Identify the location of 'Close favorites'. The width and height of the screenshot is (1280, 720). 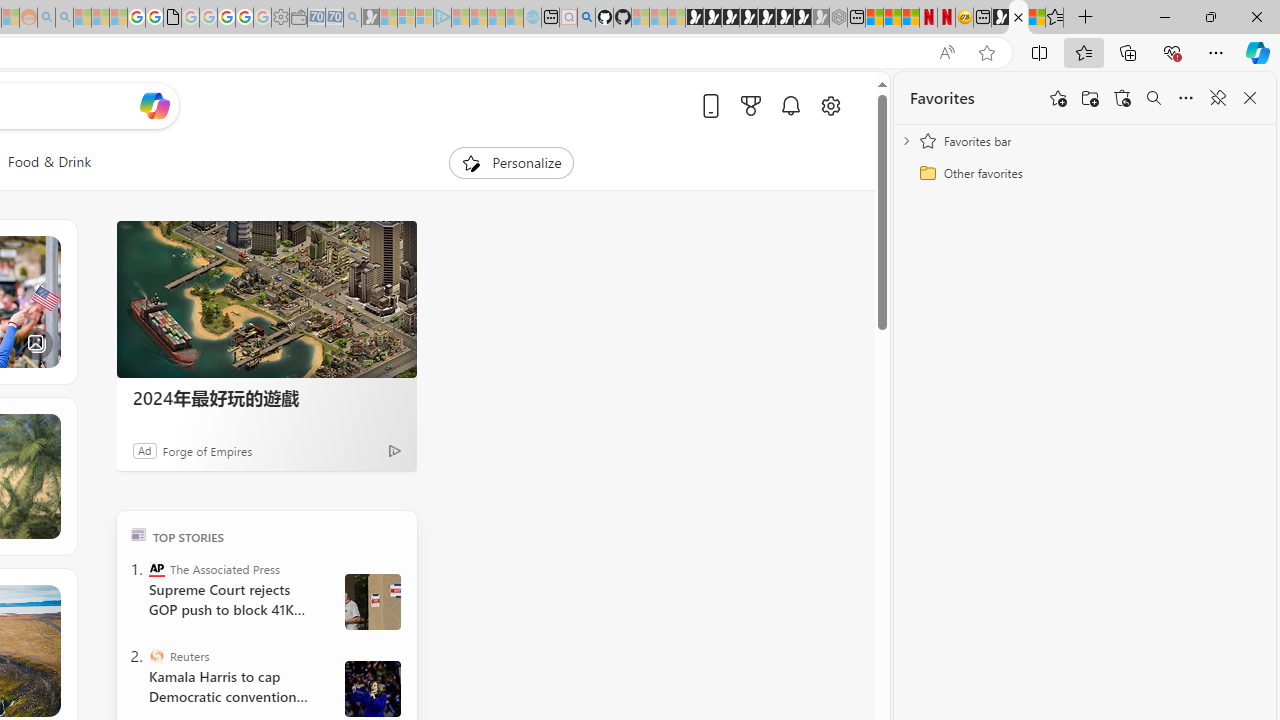
(1249, 98).